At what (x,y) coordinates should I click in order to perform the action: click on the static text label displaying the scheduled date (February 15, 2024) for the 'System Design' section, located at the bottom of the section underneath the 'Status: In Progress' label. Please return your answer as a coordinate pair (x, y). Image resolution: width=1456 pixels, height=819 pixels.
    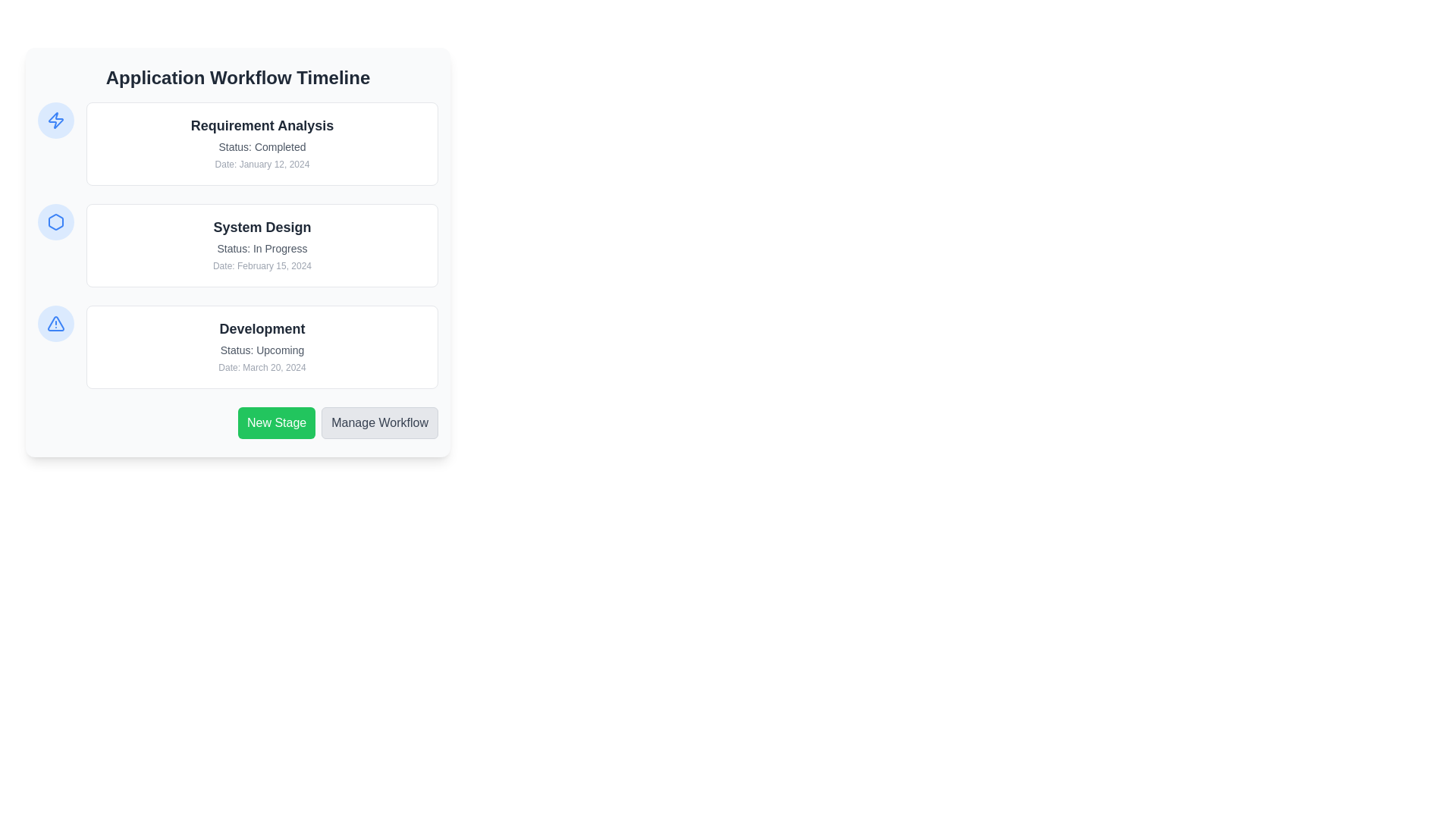
    Looking at the image, I should click on (262, 265).